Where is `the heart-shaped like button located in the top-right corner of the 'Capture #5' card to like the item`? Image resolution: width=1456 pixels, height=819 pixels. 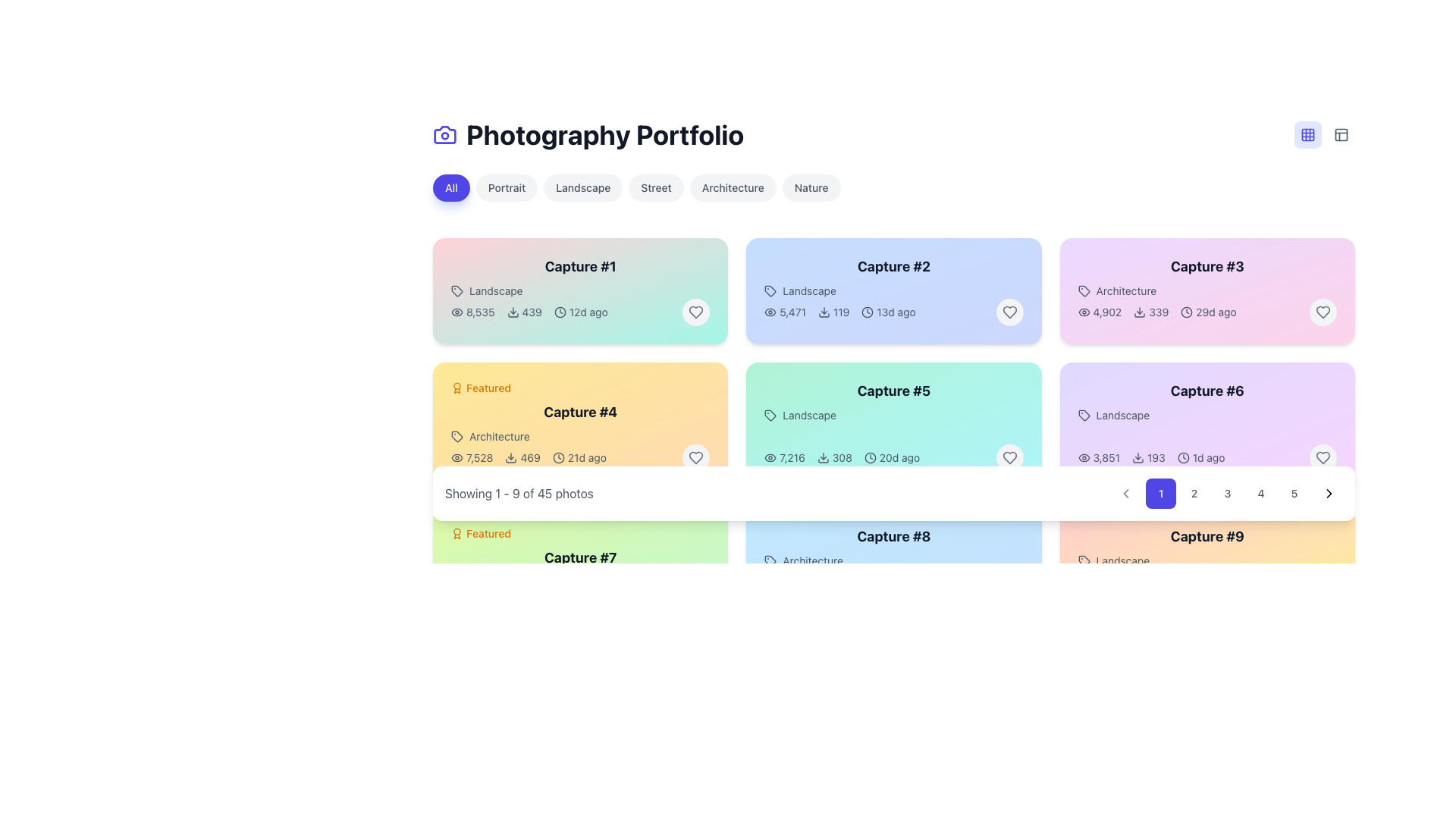 the heart-shaped like button located in the top-right corner of the 'Capture #5' card to like the item is located at coordinates (1009, 457).